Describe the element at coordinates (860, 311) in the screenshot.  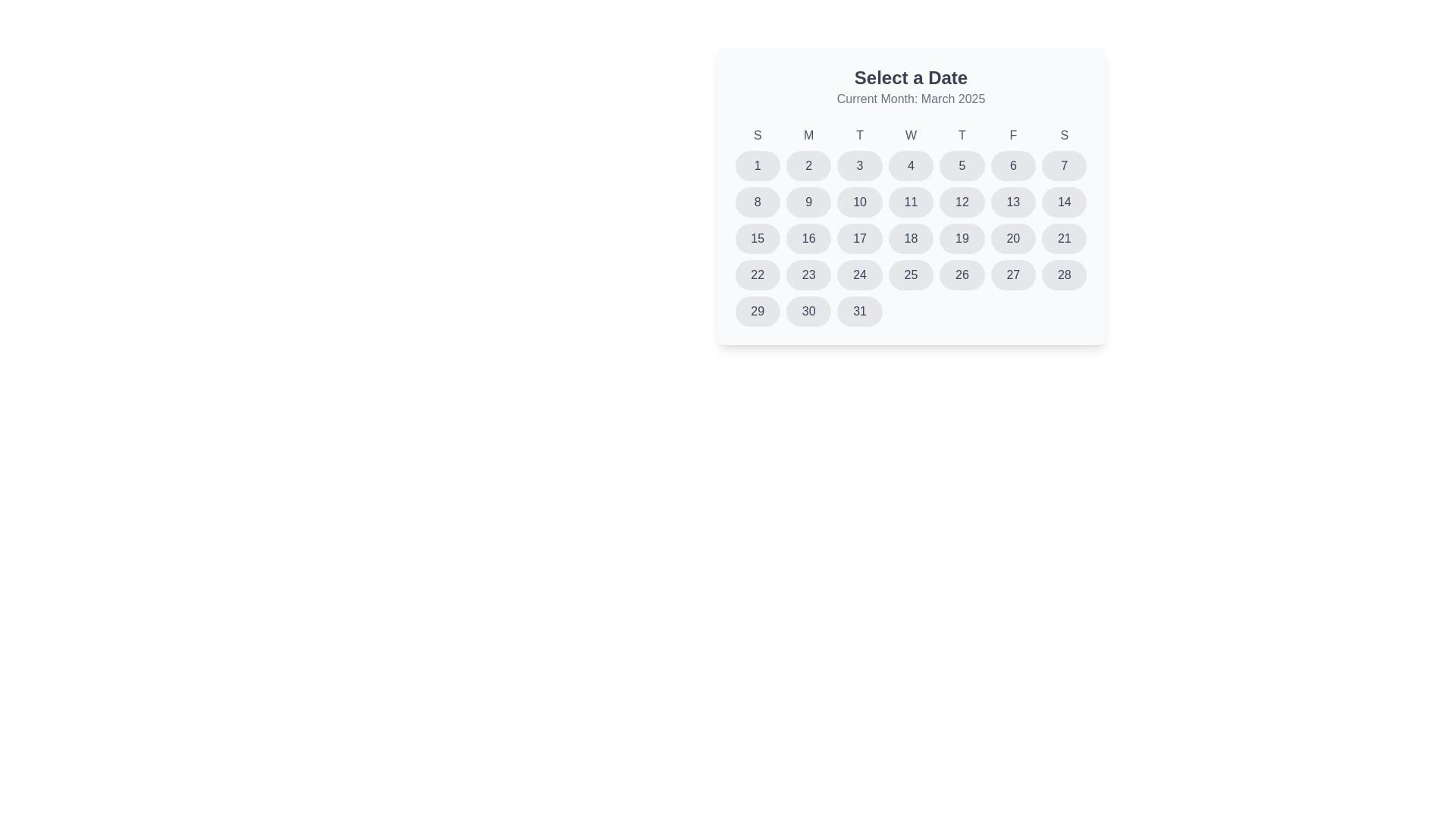
I see `the circular button labeled '31' in gray-blue text` at that location.